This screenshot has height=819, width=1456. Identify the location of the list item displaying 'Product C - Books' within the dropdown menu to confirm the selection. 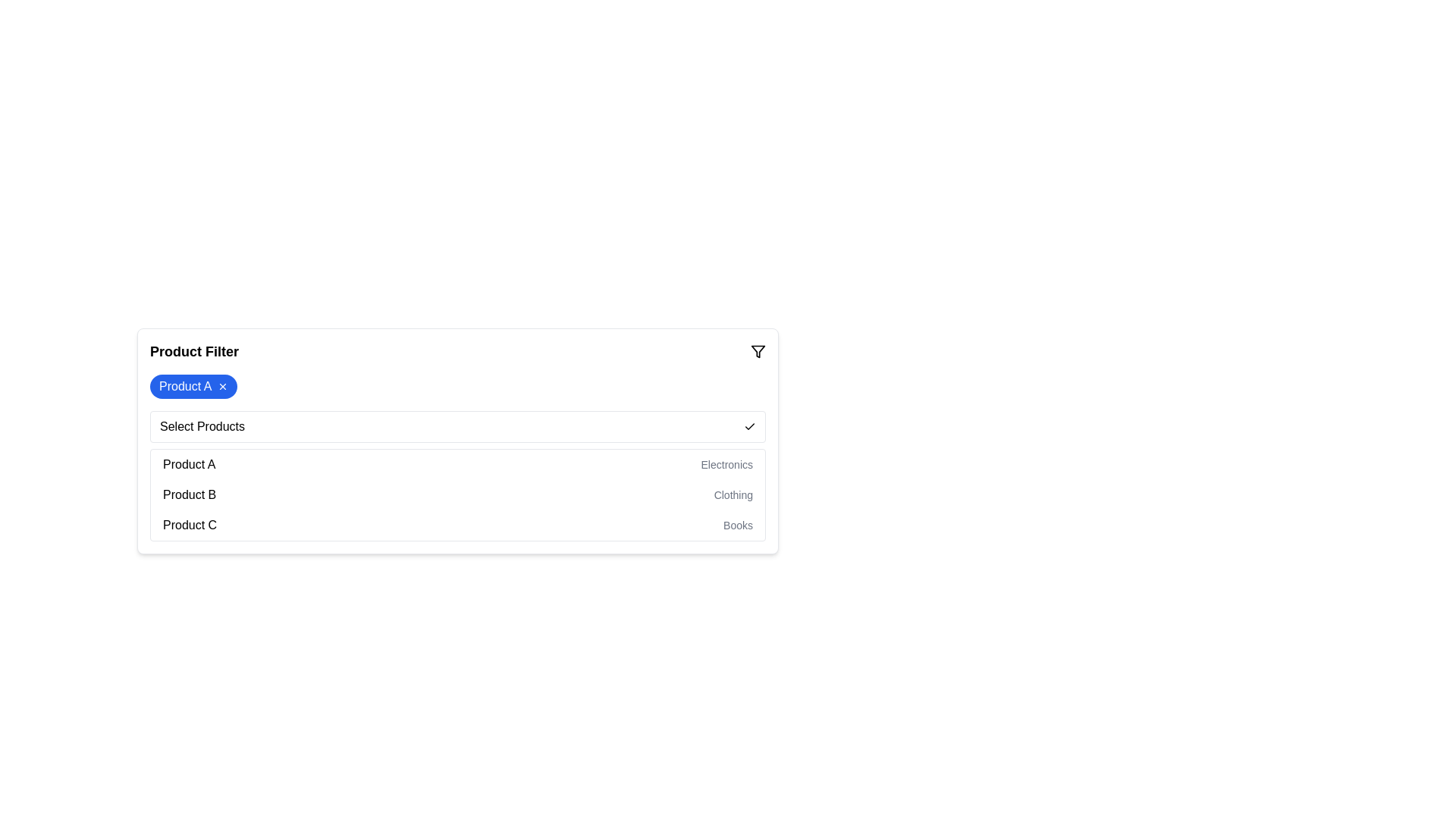
(457, 525).